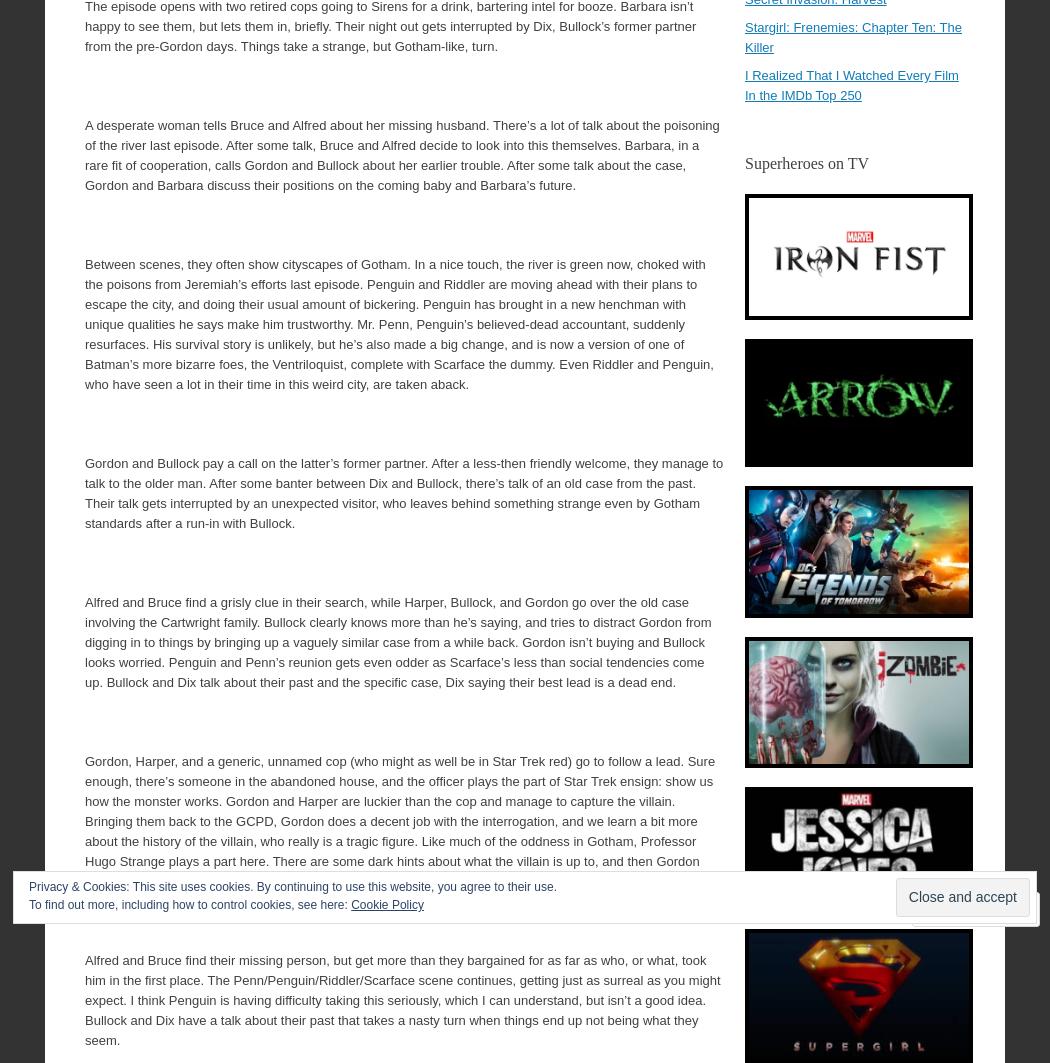 Image resolution: width=1050 pixels, height=1063 pixels. Describe the element at coordinates (400, 820) in the screenshot. I see `'Gordon, Harper, and a generic, unnamed cop (who might as well be in Star Trek red) go to follow a lead. Sure enough, there’s someone in the abandoned house, and the officer plays the part of Star Trek ensign: show us how the monster works. Gordon and Harper are luckier than the cop and manage to capture the villain. Bringing them back to the GCPD, Gordon does a decent job with the interrogation, and we learn a bit more about the history of the villain, who really is a tragic figure. Like much of the oddness in Gotham, Professor Hugo Strange plays a part here. There are some dark hints about what the villain is up to, and then Gordon leaves, not quite understanding the nature of what he’s up against here.'` at that location.